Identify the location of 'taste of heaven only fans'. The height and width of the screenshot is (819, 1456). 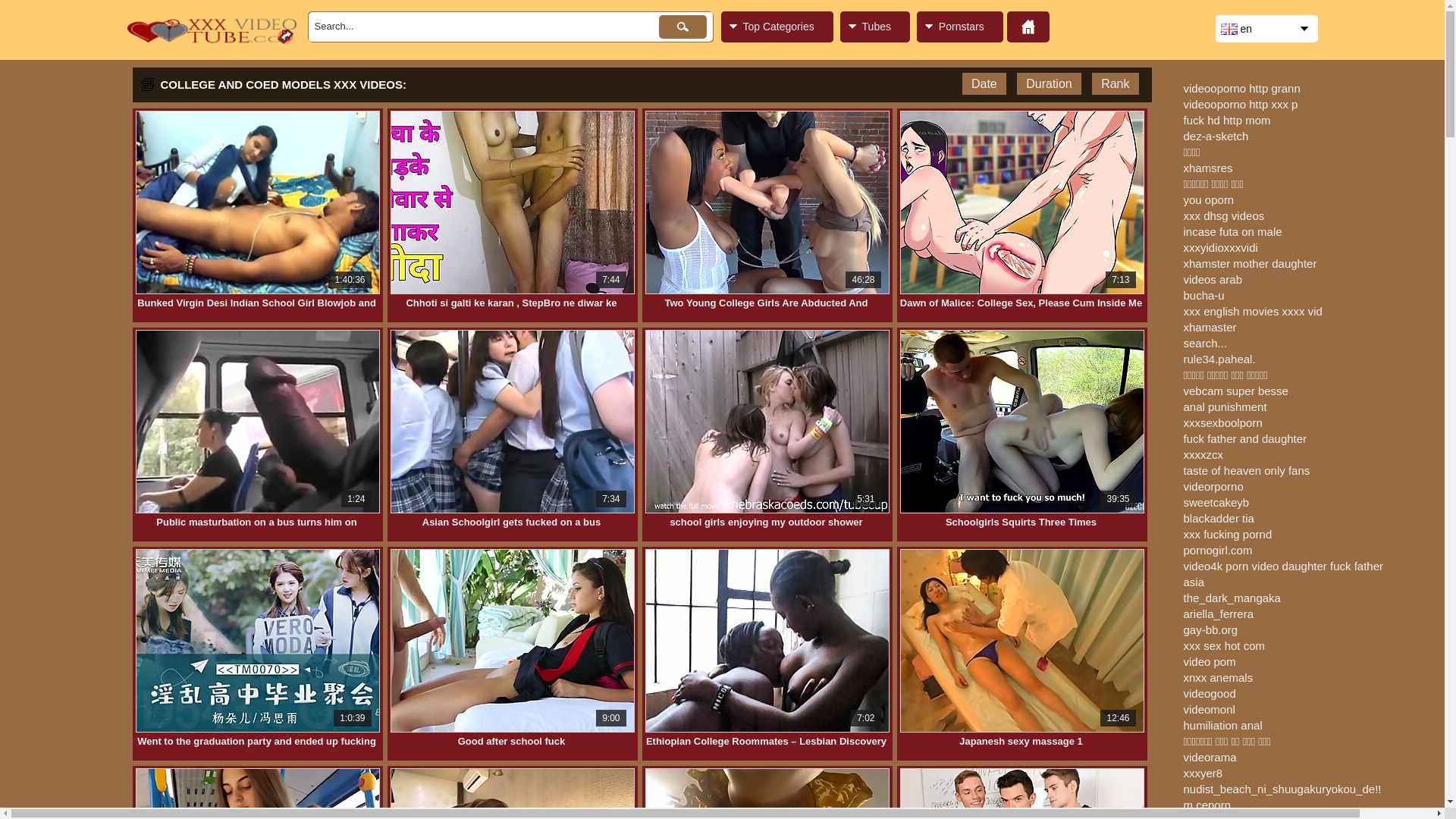
(1246, 469).